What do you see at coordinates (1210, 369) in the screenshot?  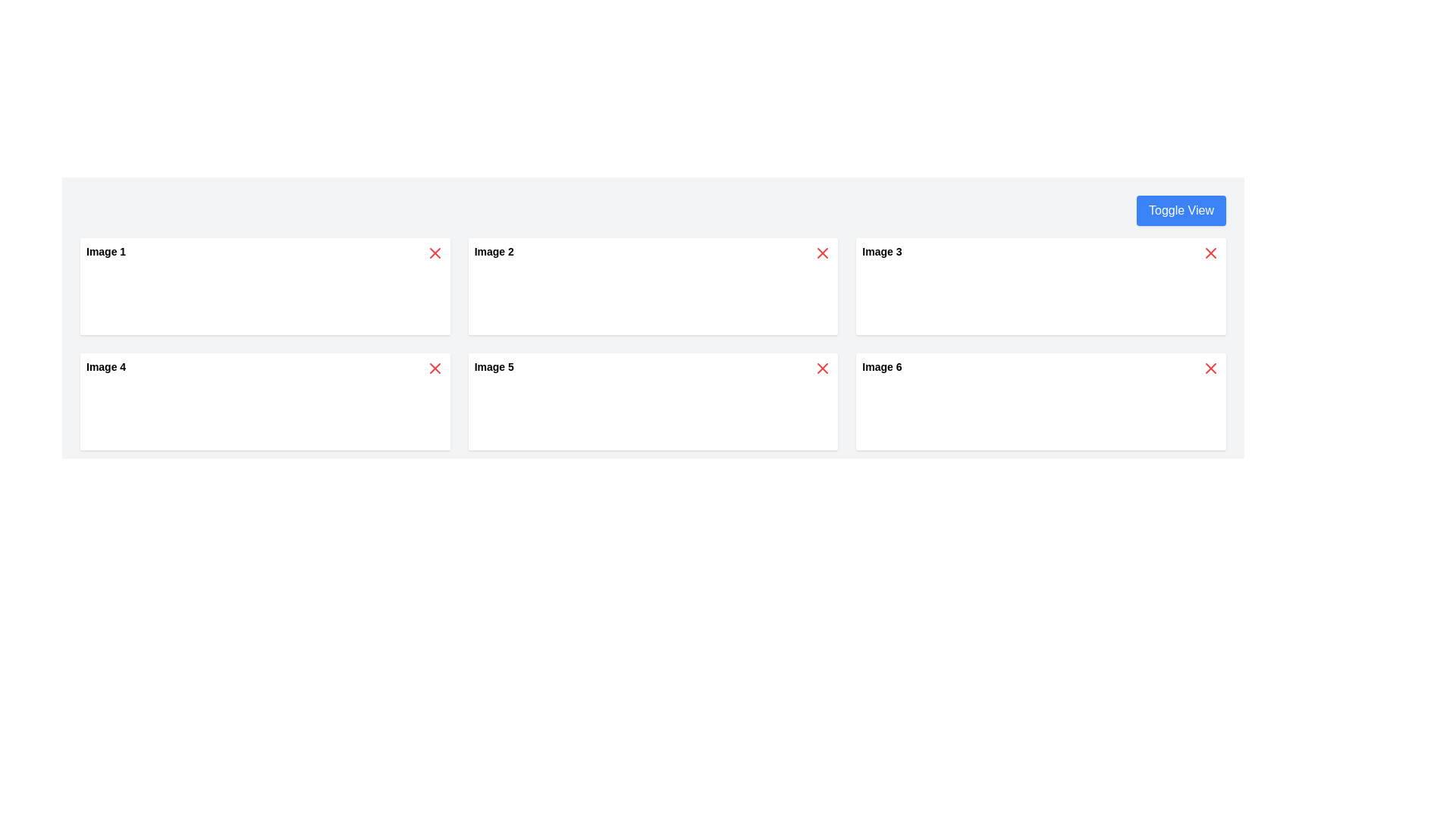 I see `the red 'x' icon located at the top-right corner of the second row's last card to potentially reveal a tooltip` at bounding box center [1210, 369].